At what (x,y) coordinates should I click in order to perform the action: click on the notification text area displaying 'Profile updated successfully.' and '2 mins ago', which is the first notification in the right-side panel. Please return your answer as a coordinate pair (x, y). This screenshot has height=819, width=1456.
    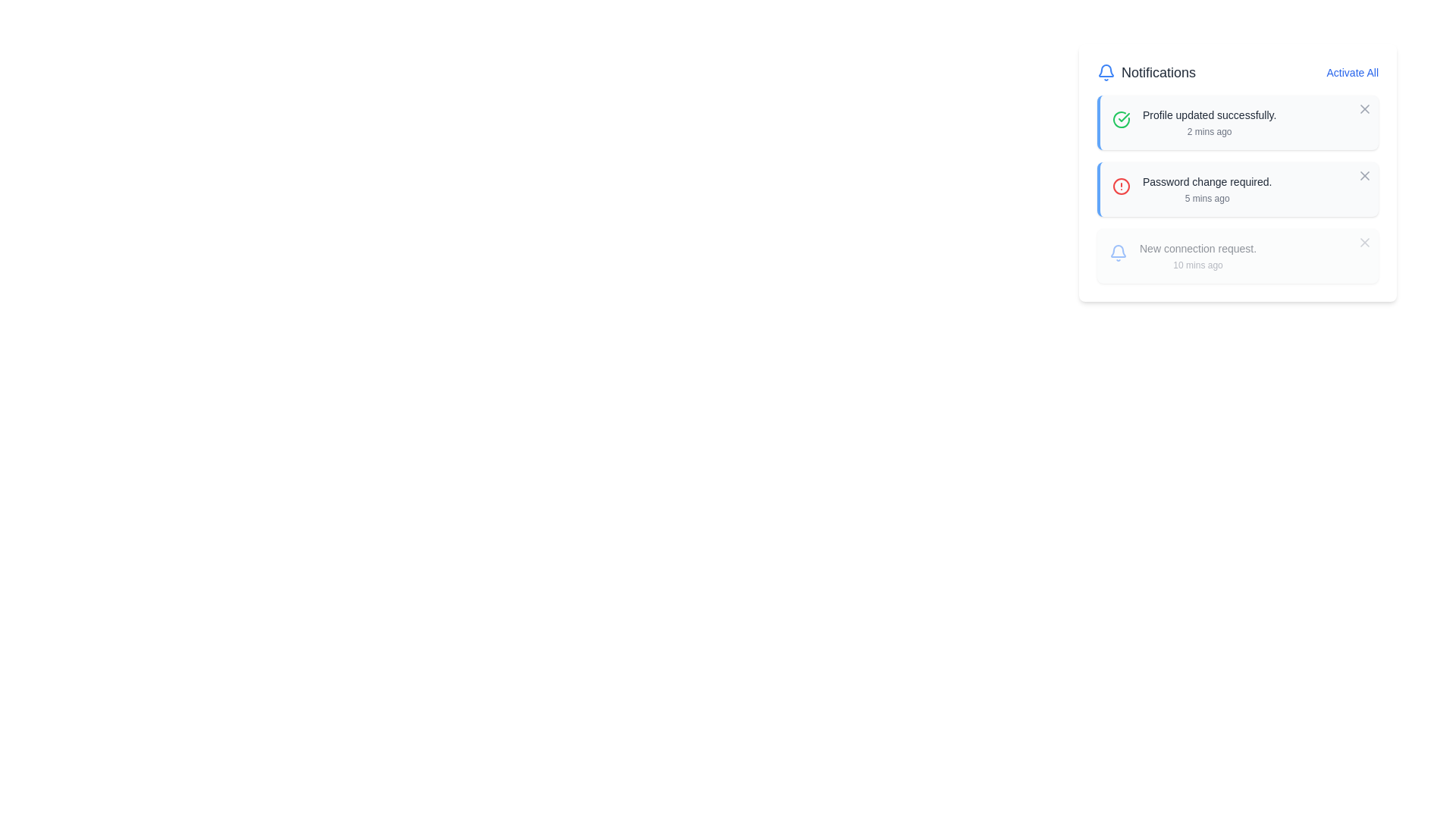
    Looking at the image, I should click on (1209, 122).